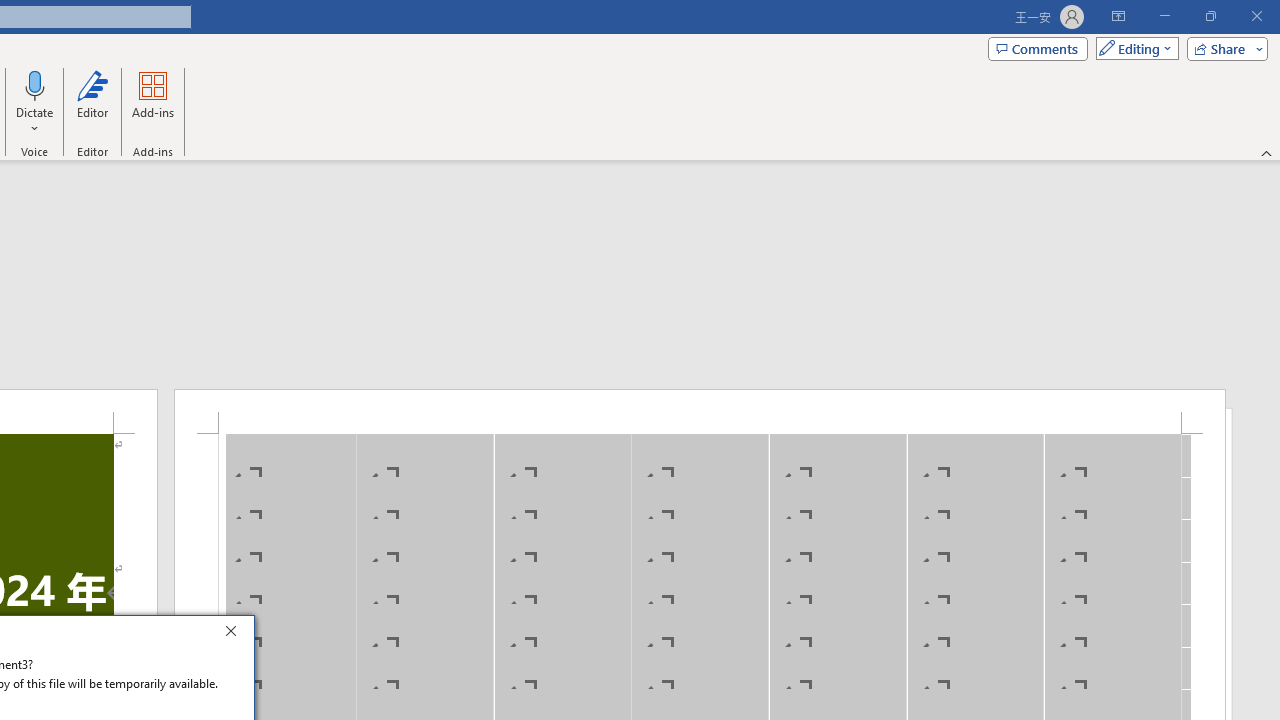 This screenshot has width=1280, height=720. I want to click on 'Comments', so click(1038, 47).